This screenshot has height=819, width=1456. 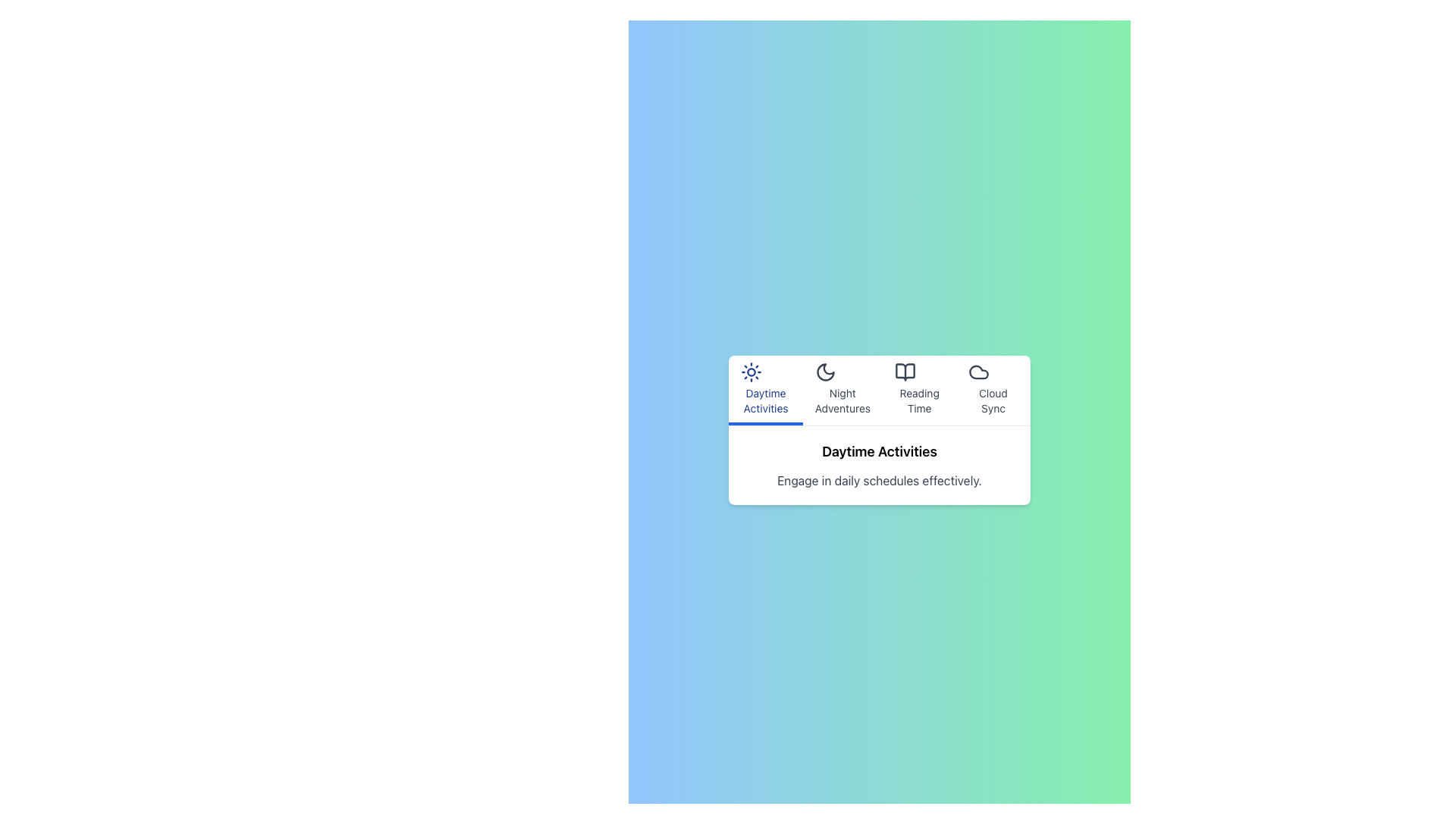 What do you see at coordinates (918, 400) in the screenshot?
I see `text label 'Reading Time' which is centrally aligned and positioned below a book icon in the navigation bar at the top of the card` at bounding box center [918, 400].